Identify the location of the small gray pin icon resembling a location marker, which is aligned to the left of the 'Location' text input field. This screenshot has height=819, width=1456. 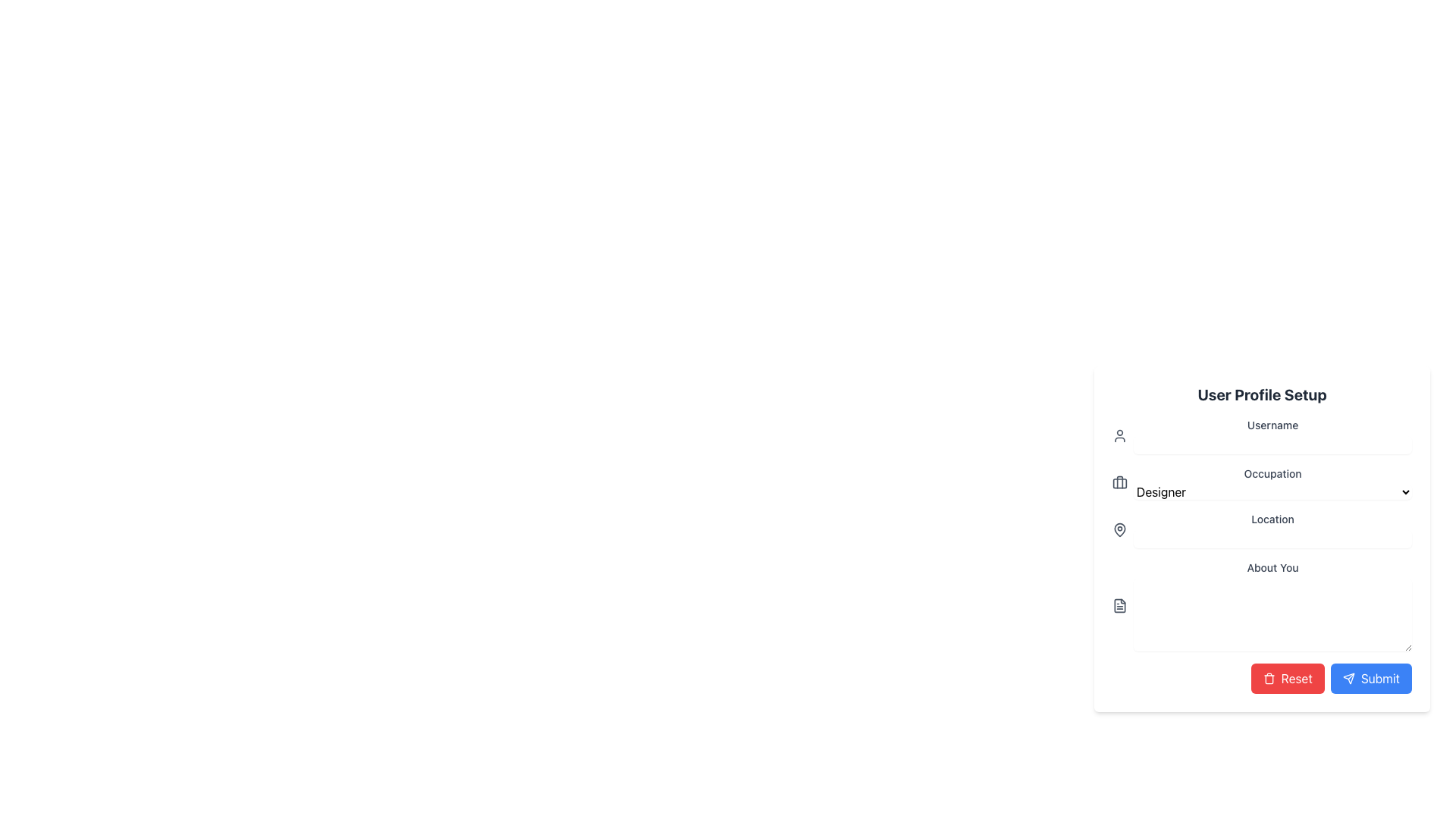
(1120, 529).